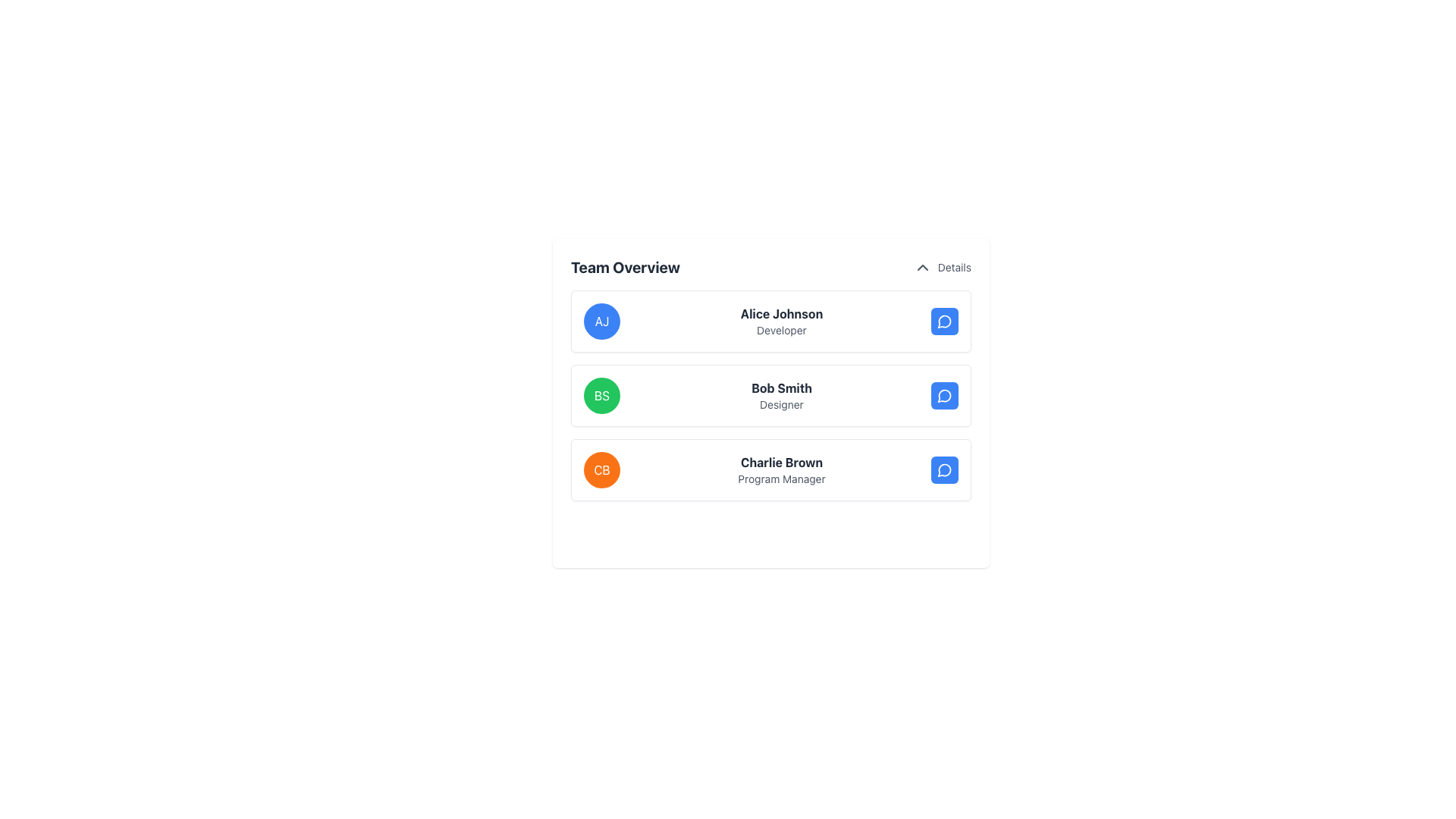 This screenshot has width=1456, height=819. I want to click on the blue circular avatar with the white text 'AJ' representing 'Alice Johnson, Developer', so click(601, 321).